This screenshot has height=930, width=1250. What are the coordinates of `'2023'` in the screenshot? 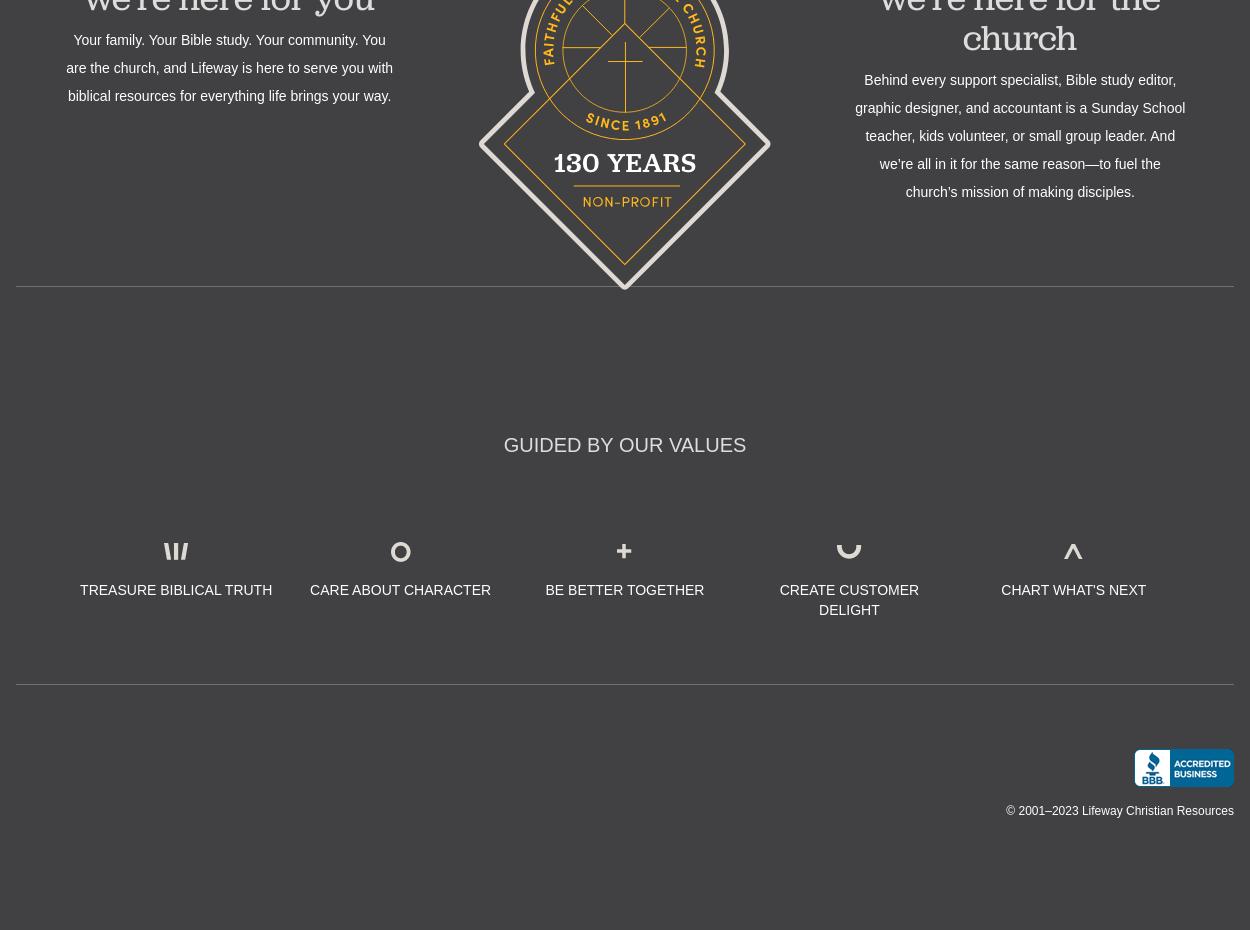 It's located at (1063, 809).